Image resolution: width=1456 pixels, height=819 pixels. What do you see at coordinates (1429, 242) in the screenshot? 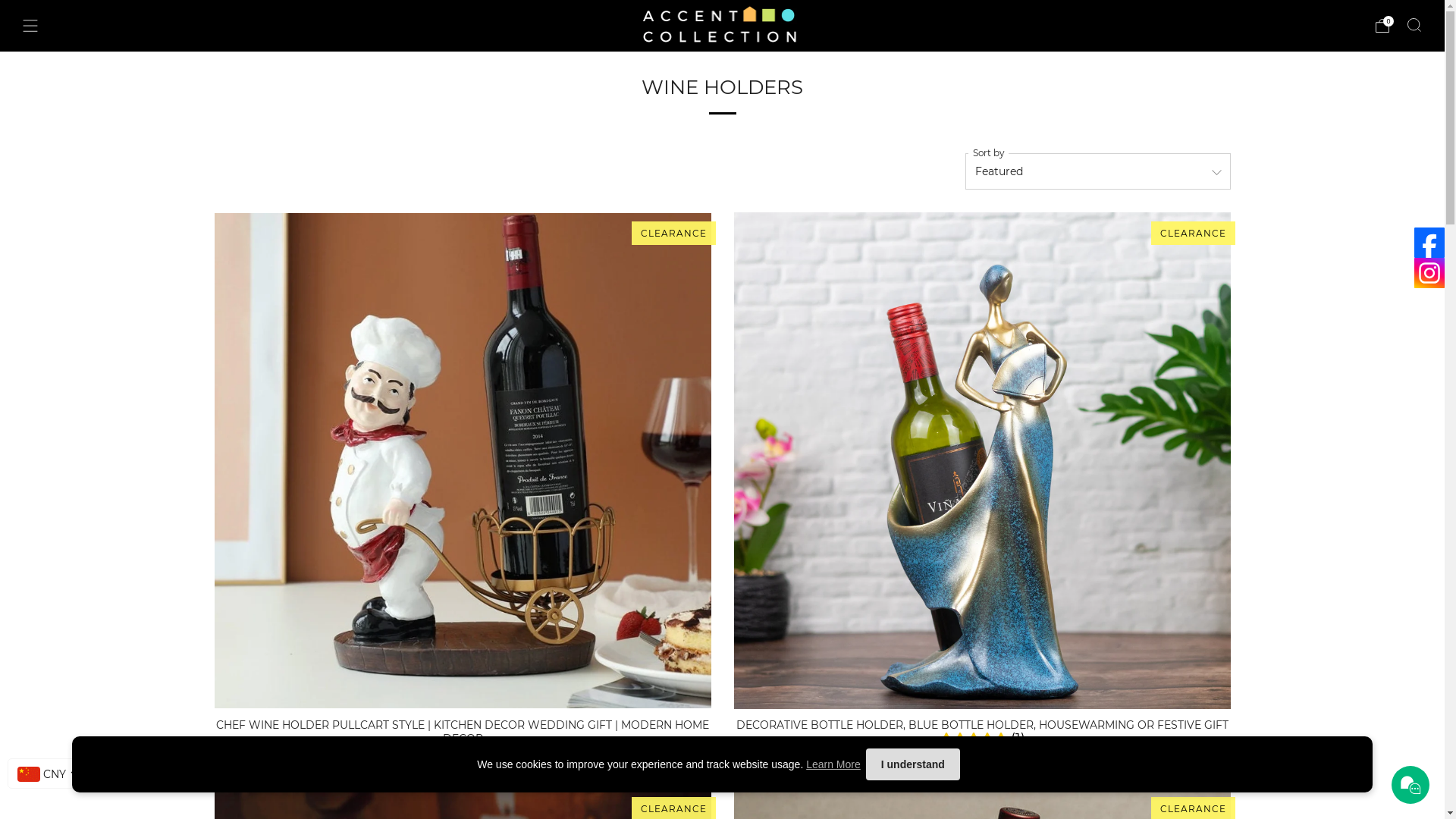
I see `'Facebook'` at bounding box center [1429, 242].